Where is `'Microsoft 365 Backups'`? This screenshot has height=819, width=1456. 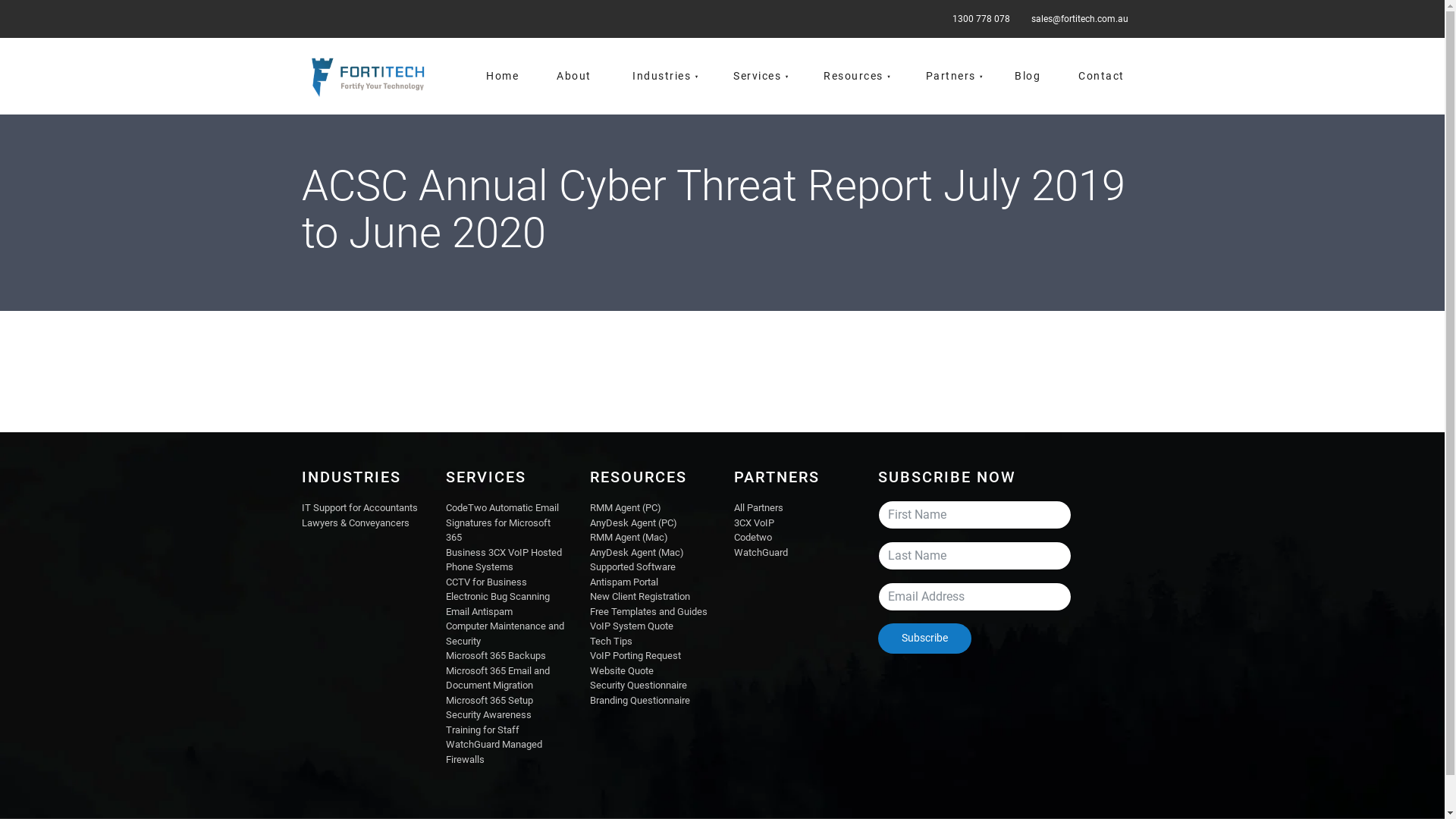
'Microsoft 365 Backups' is located at coordinates (495, 654).